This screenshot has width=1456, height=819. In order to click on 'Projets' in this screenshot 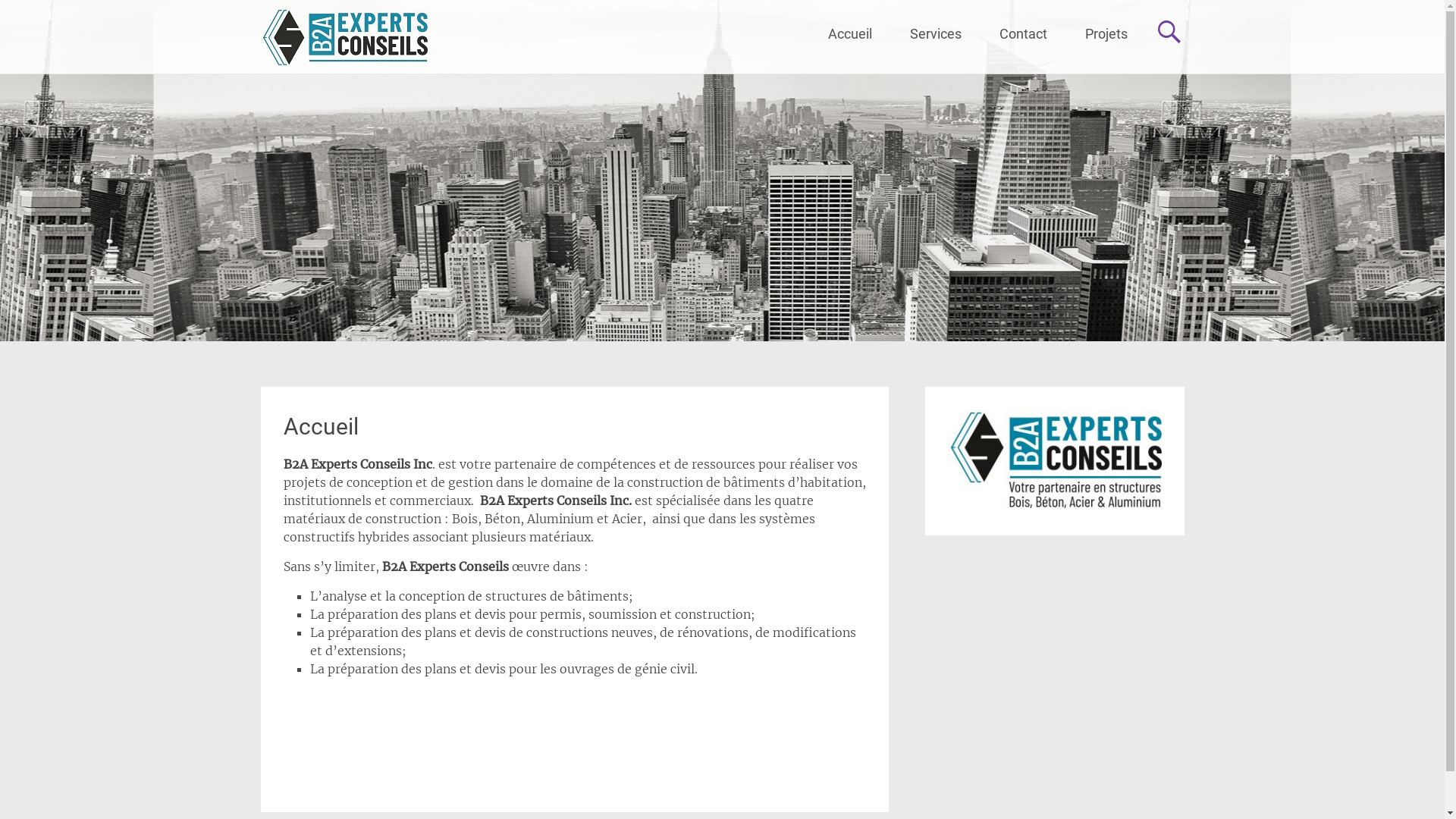, I will do `click(1065, 34)`.